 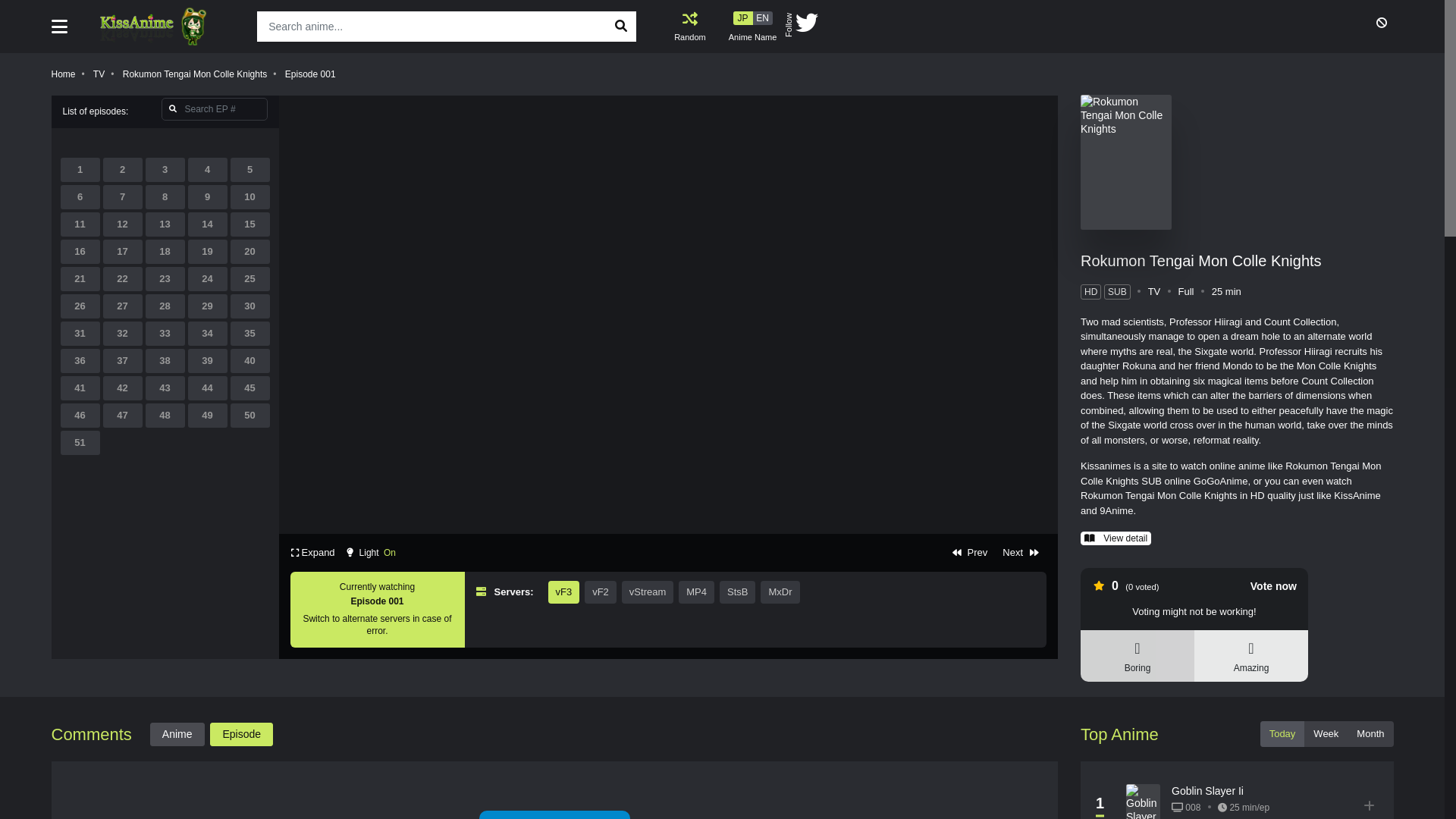 I want to click on '35', so click(x=229, y=332).